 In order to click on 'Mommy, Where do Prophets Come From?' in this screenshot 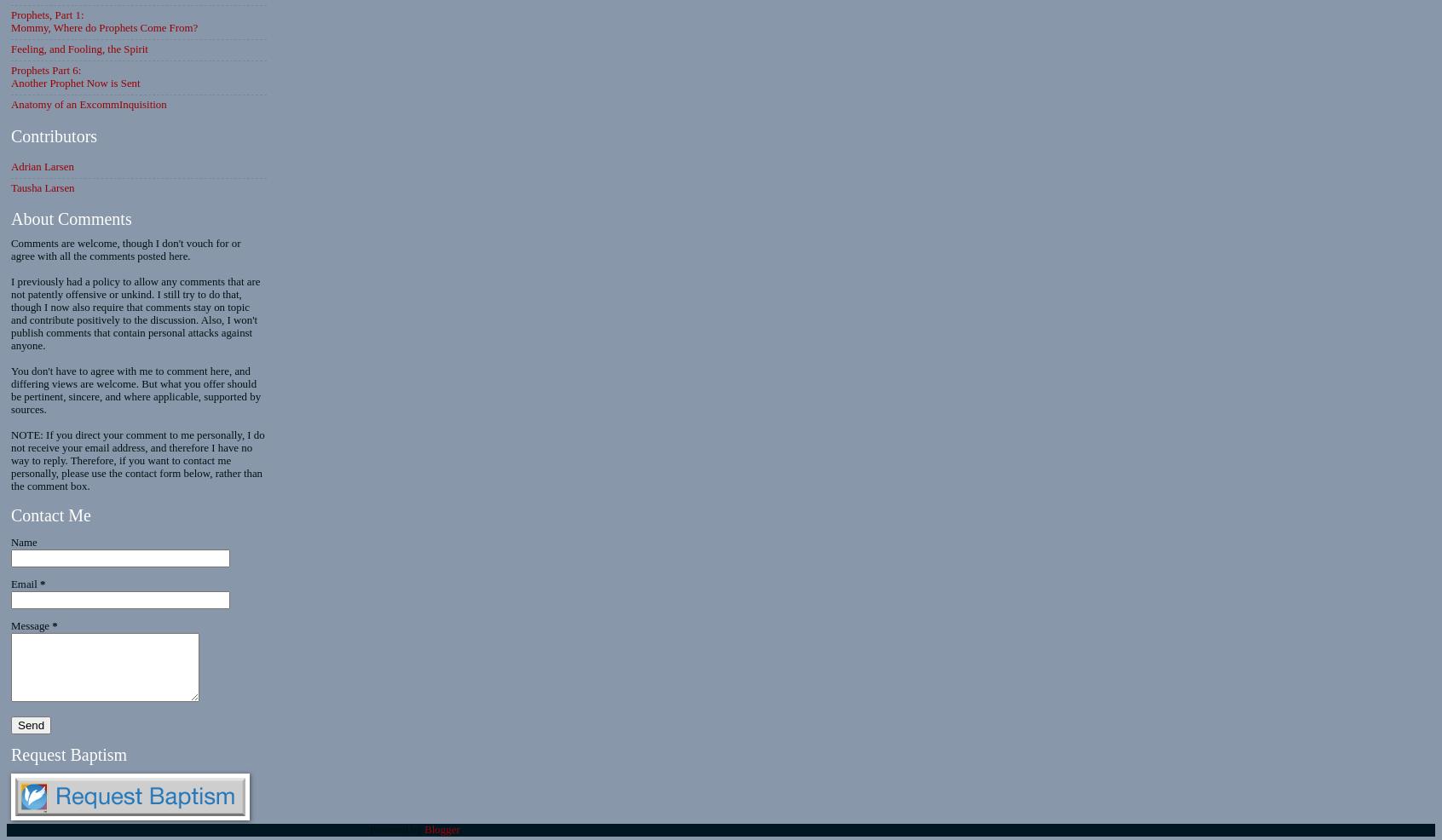, I will do `click(104, 27)`.